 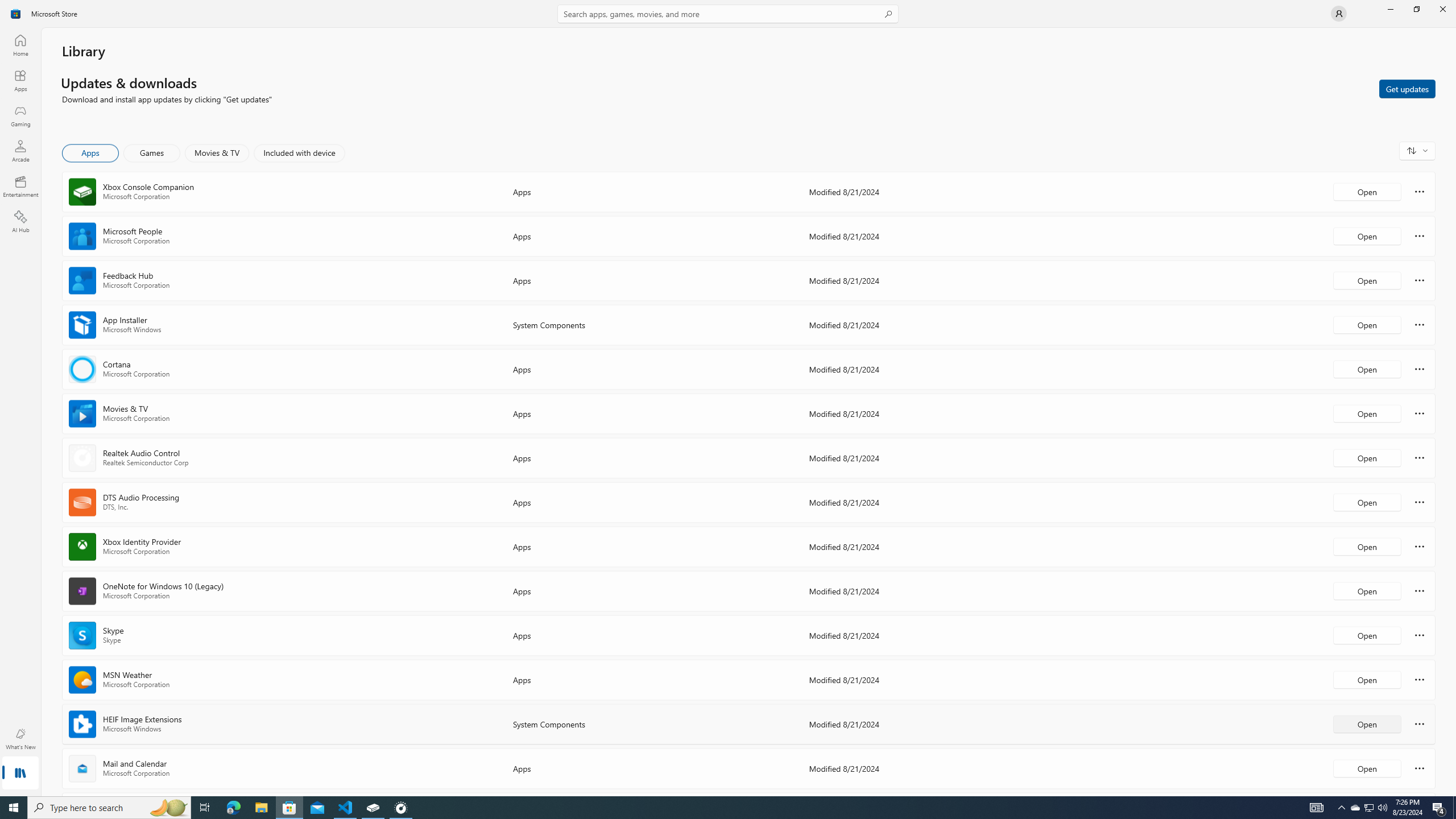 I want to click on 'AI Hub', so click(x=19, y=221).